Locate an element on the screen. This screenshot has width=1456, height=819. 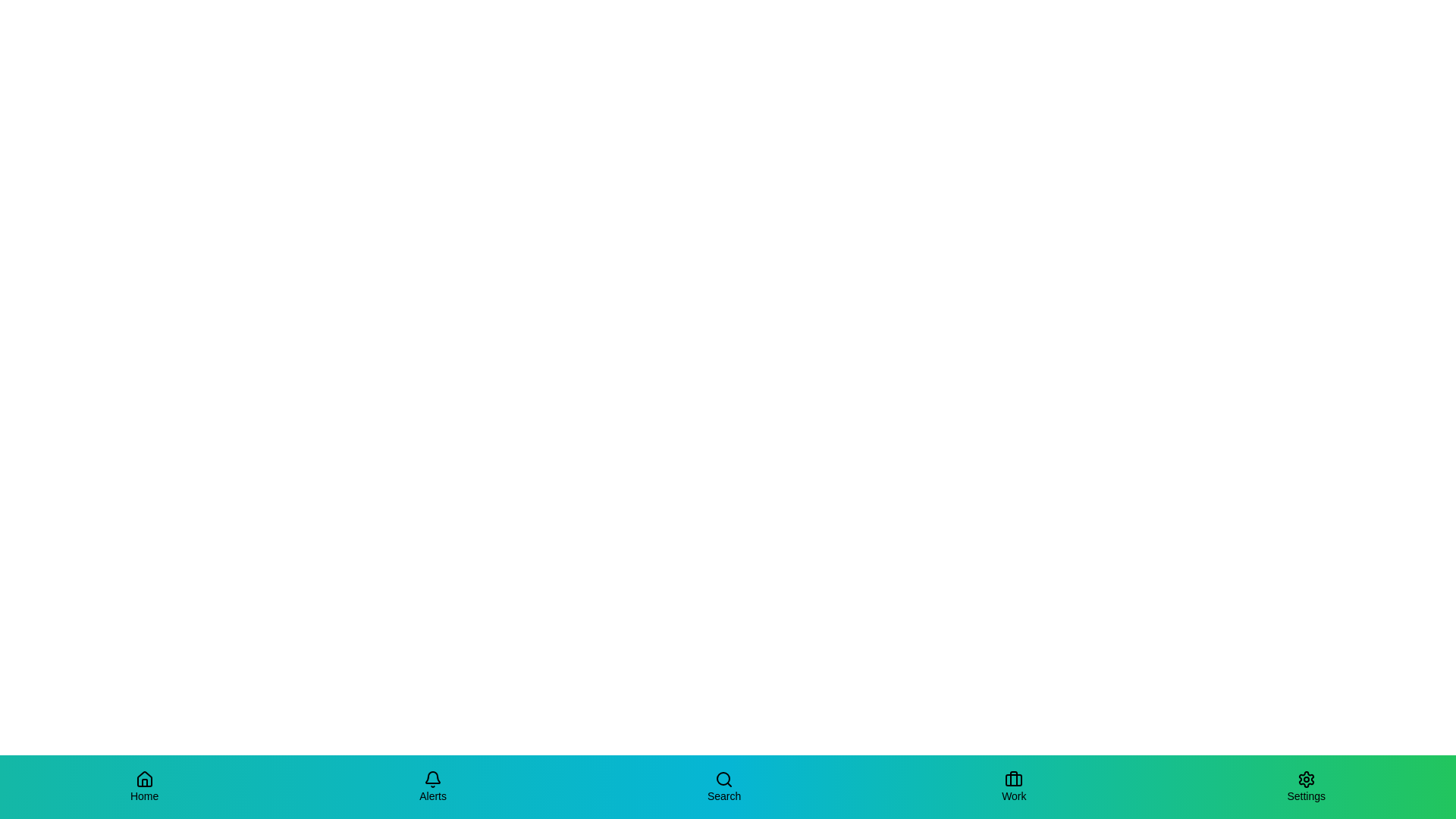
the Search tab to observe the scale effect is located at coordinates (723, 786).